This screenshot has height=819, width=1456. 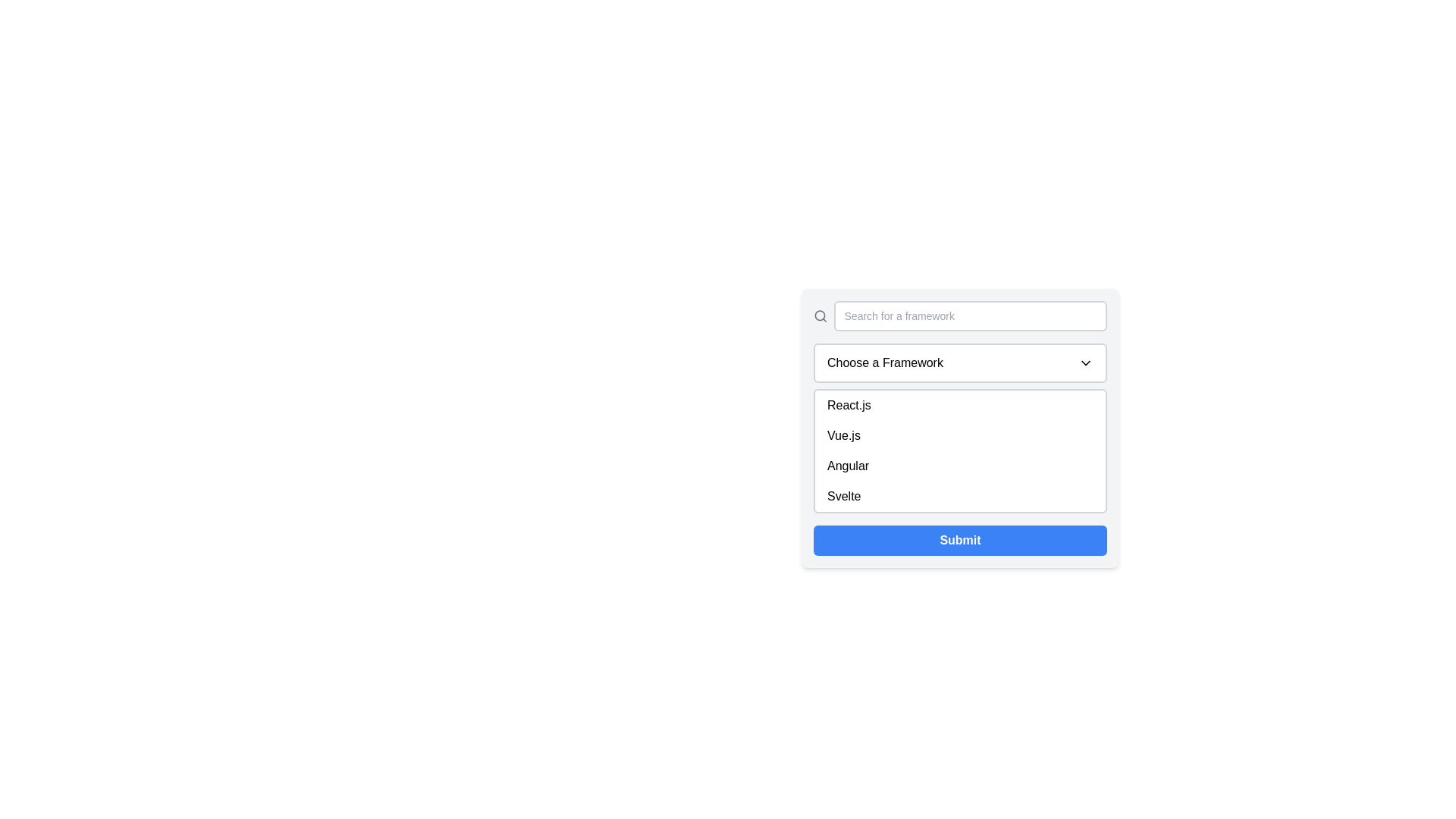 I want to click on the text label displaying 'Svelte' which is the last option in the dropdown list under 'Choose a Framework', so click(x=843, y=497).